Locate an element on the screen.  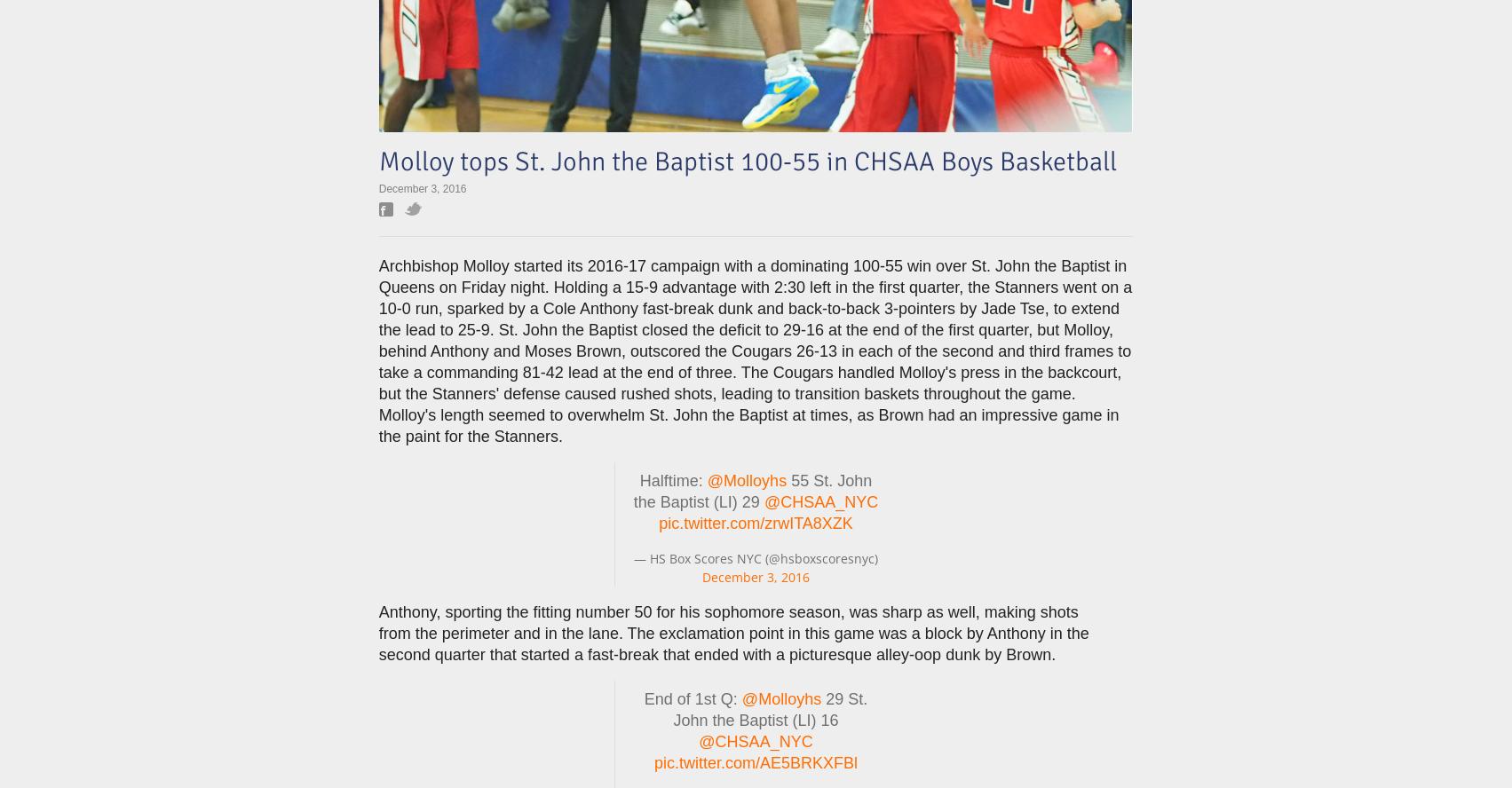
'— HS Box Scores NYC (@hsboxscoresnyc)' is located at coordinates (756, 557).